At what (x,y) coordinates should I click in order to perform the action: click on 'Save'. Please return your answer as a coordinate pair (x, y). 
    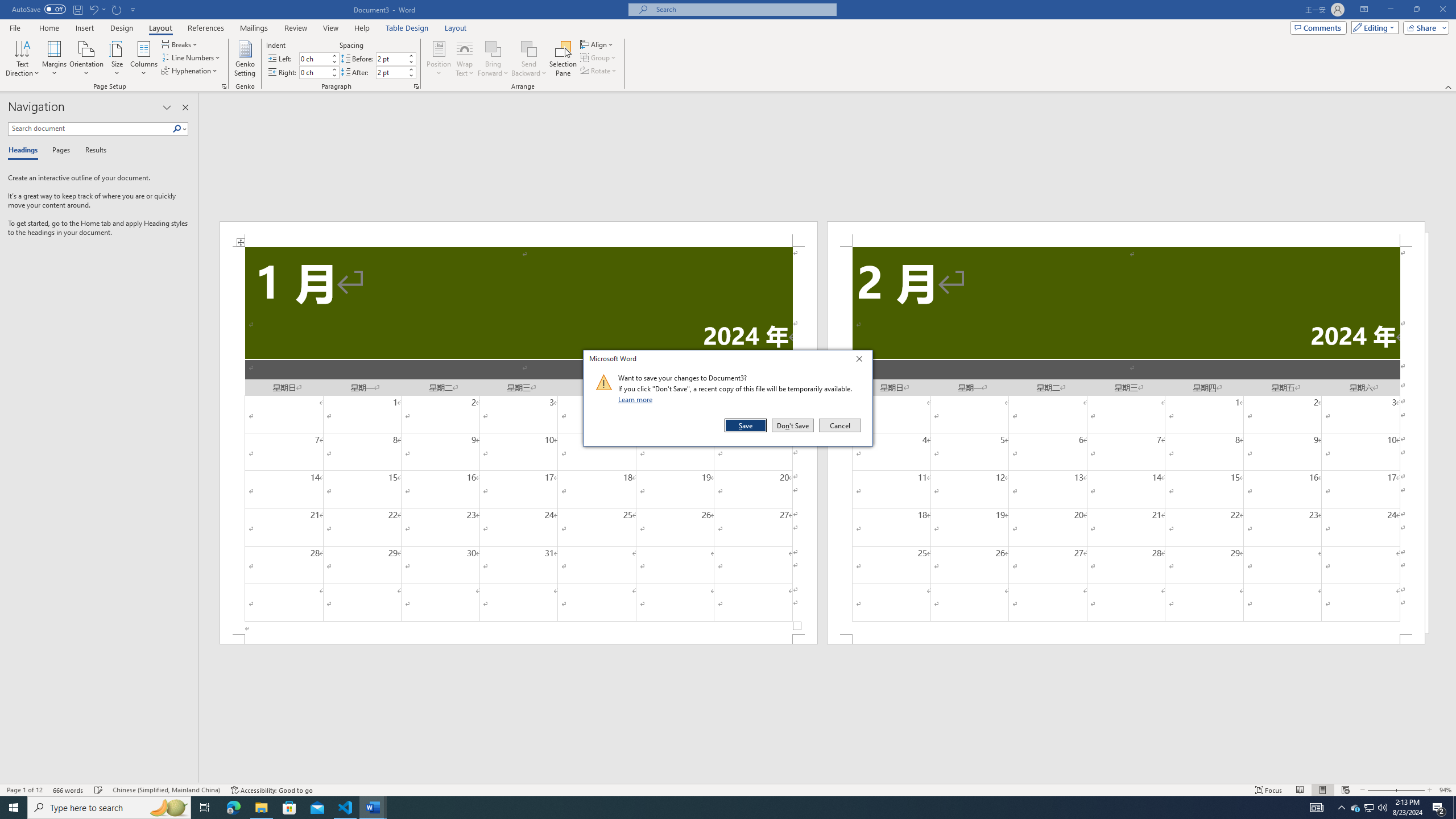
    Looking at the image, I should click on (746, 425).